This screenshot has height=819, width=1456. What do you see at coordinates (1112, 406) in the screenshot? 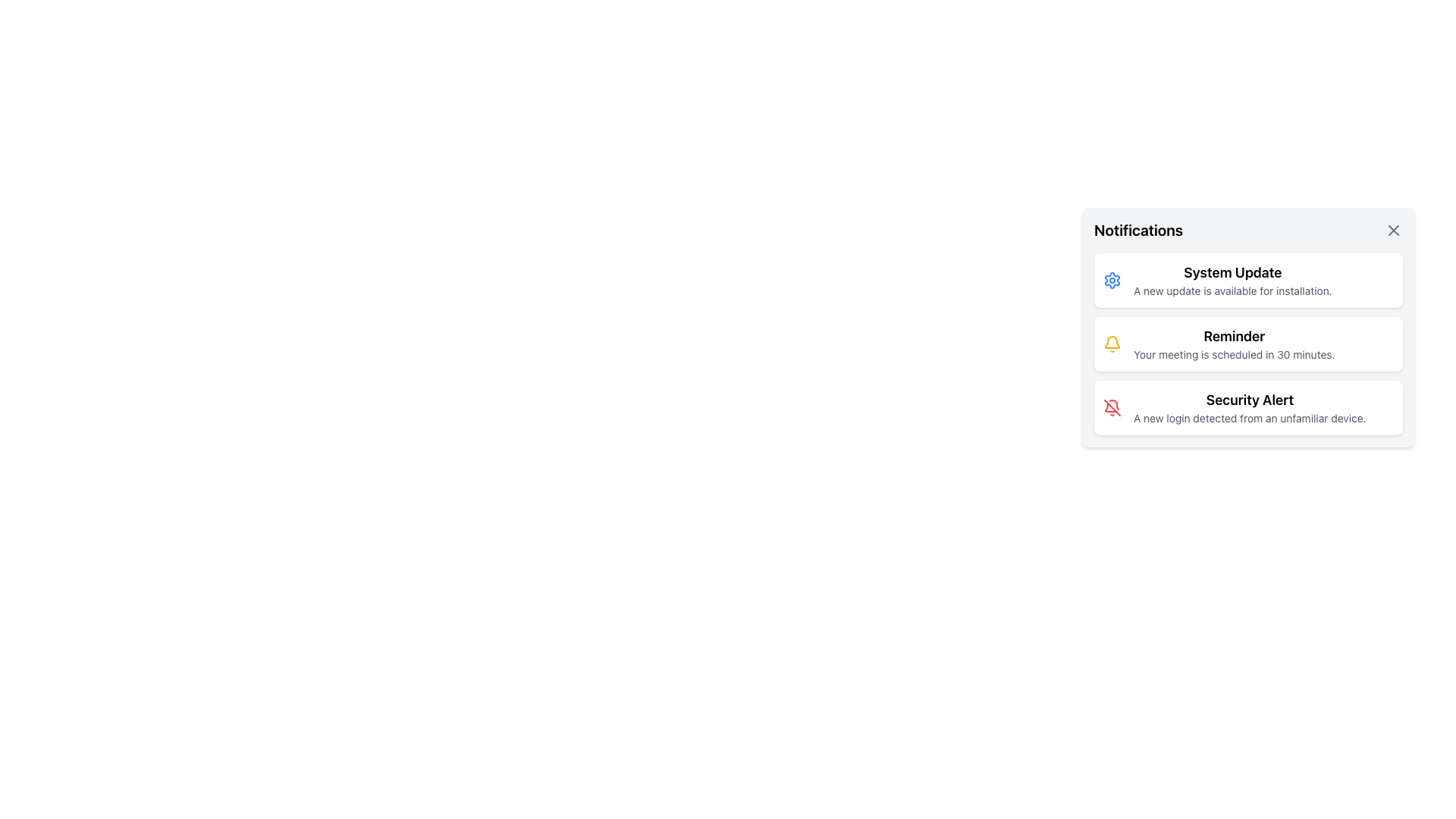
I see `the 'Security Alert' notification icon in the top-left section of the third notification item` at bounding box center [1112, 406].